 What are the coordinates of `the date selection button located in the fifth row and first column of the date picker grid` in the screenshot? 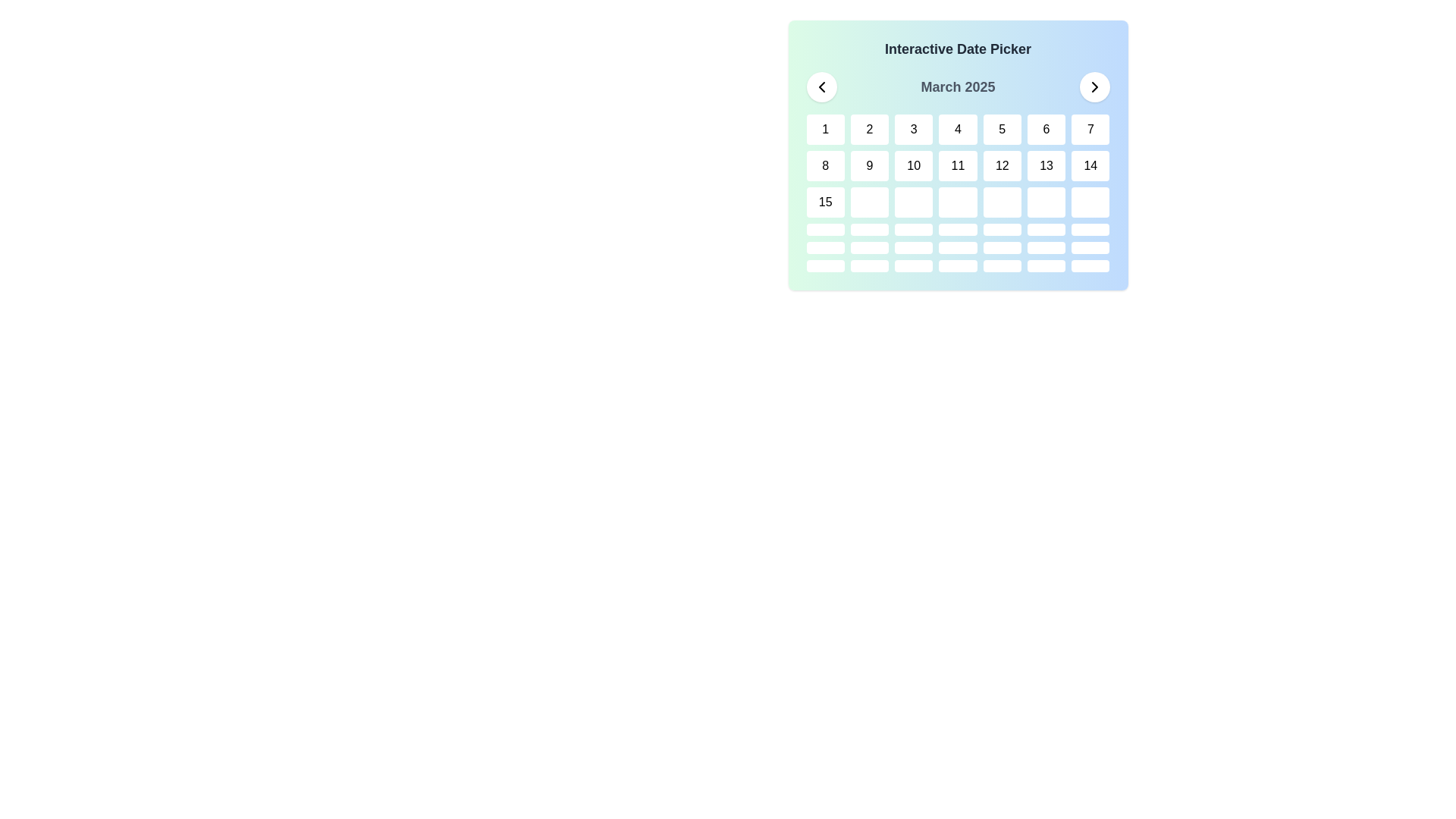 It's located at (824, 230).